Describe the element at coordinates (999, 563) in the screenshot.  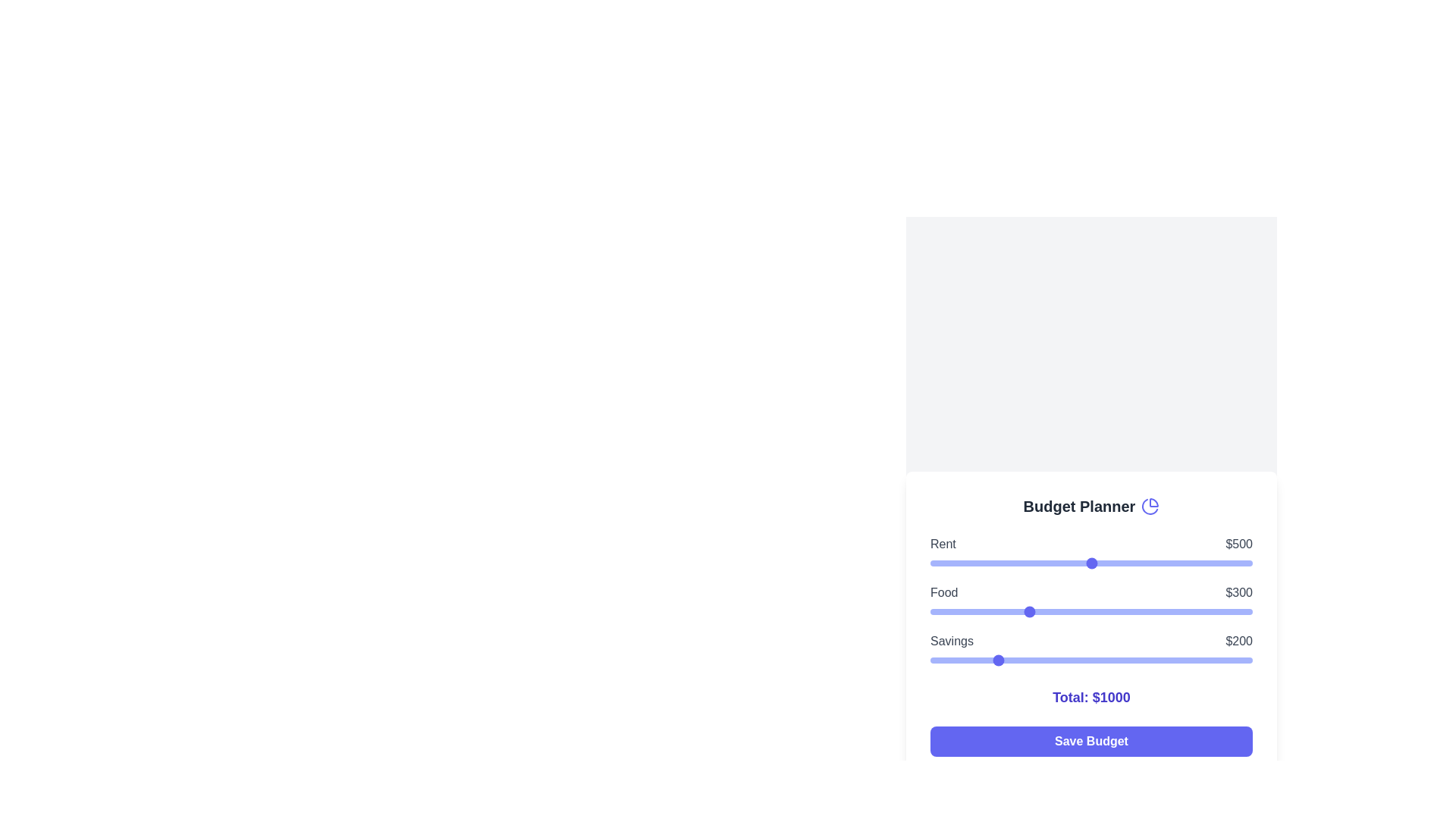
I see `the rent budget slider to 216` at that location.